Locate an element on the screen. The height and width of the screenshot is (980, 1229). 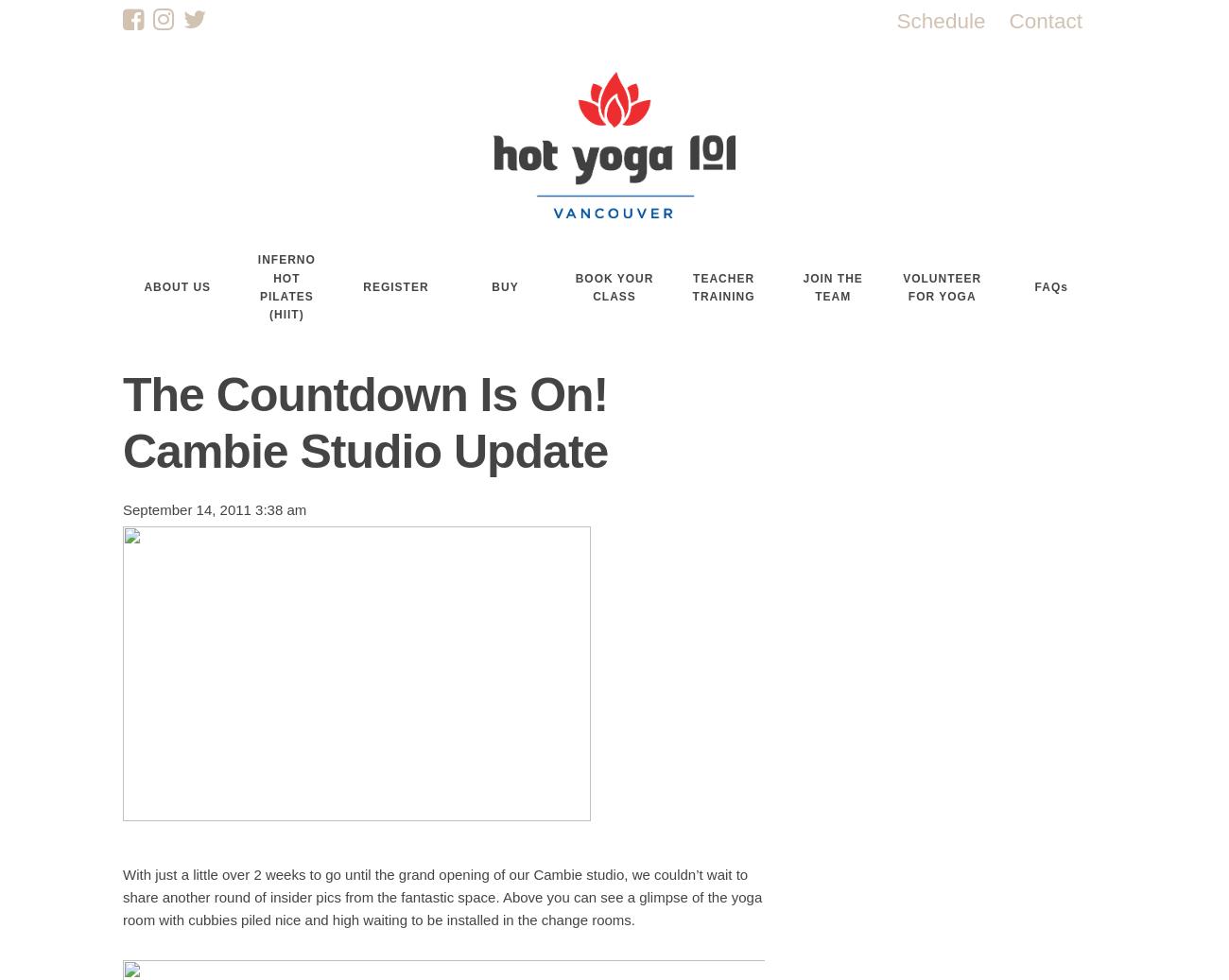
'ABOUT US' is located at coordinates (177, 286).